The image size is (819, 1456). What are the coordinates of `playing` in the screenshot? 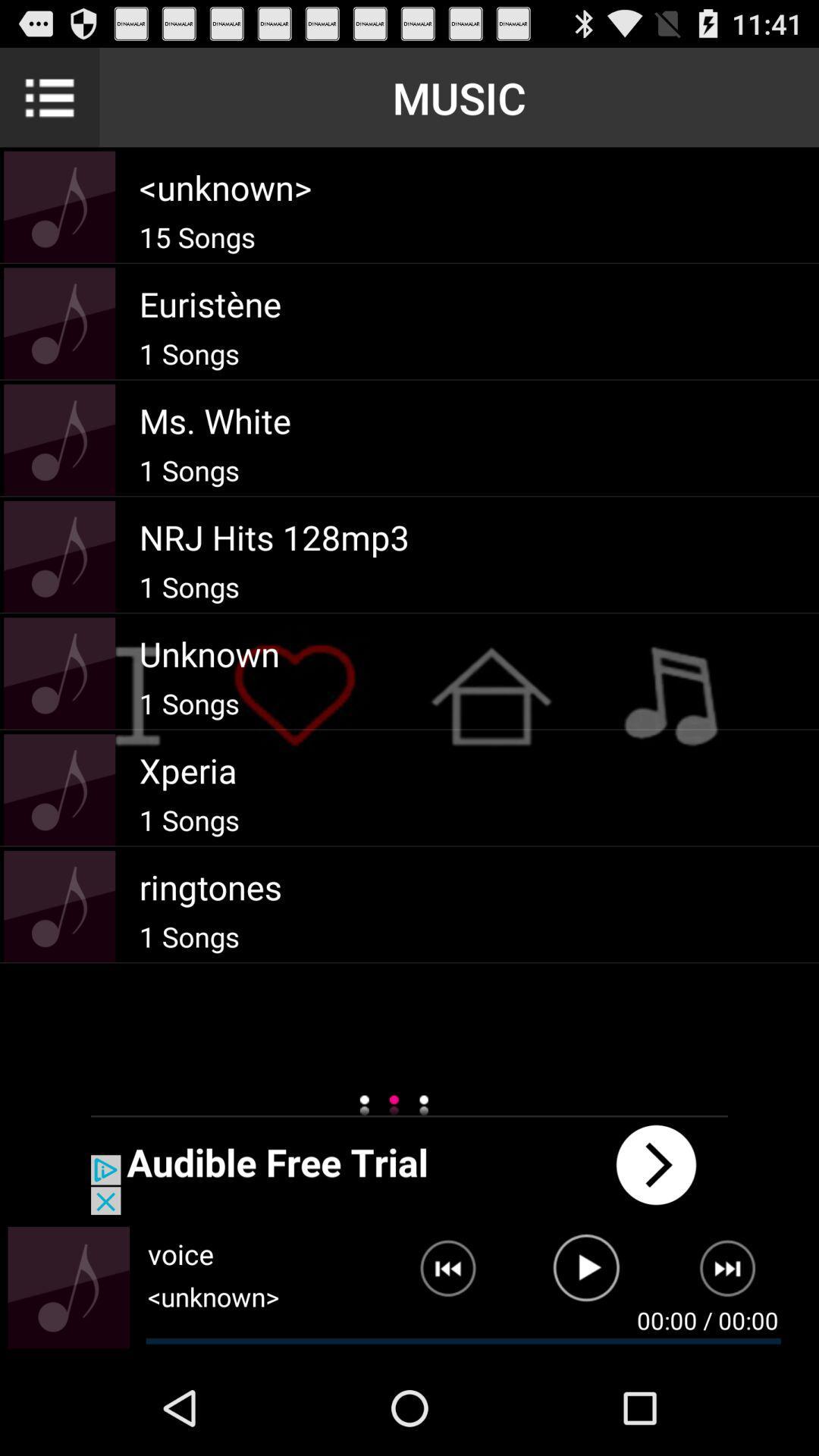 It's located at (585, 1274).